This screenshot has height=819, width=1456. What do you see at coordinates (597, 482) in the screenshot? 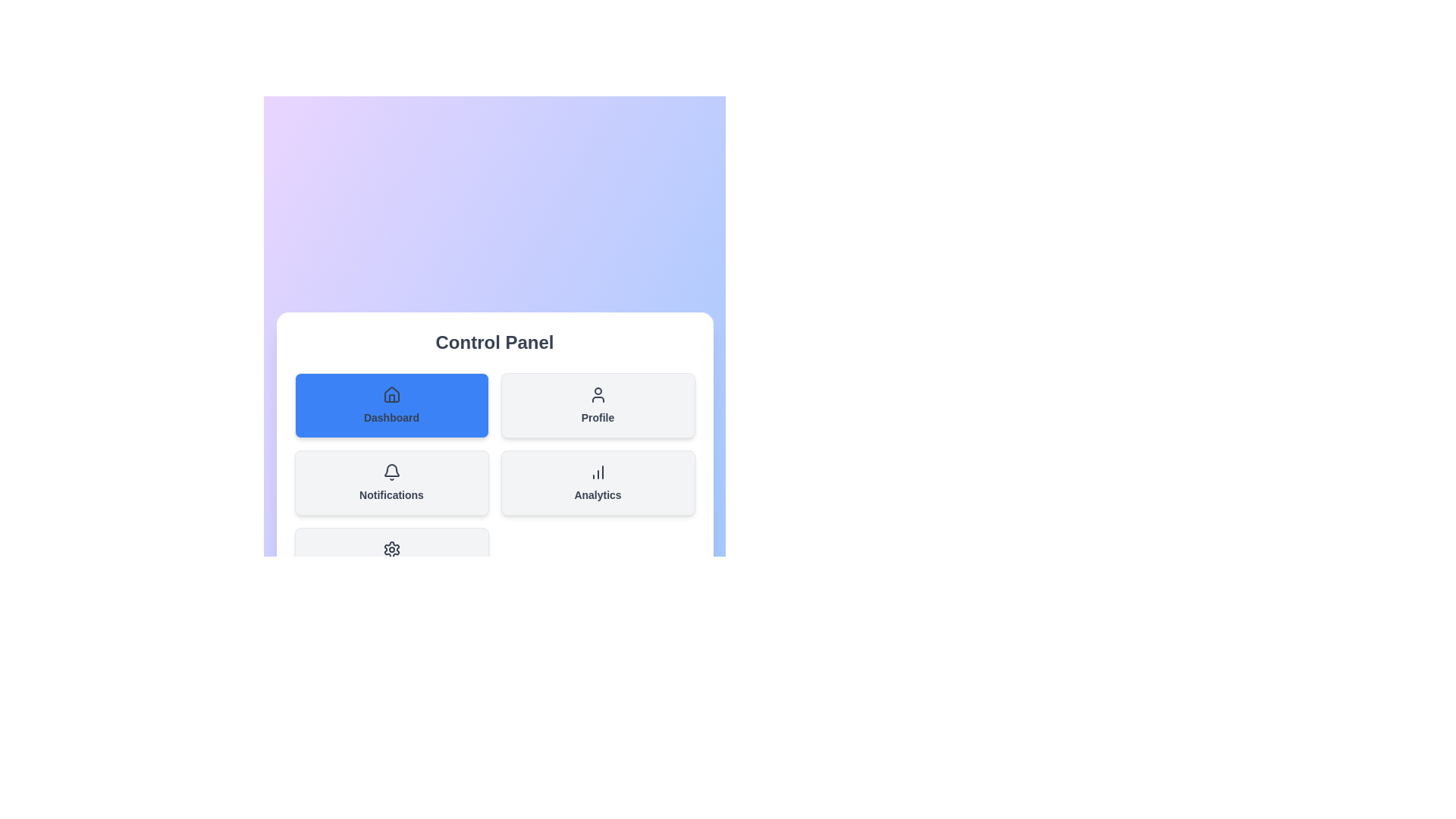
I see `the section Analytics from the menu by clicking its corresponding button` at bounding box center [597, 482].